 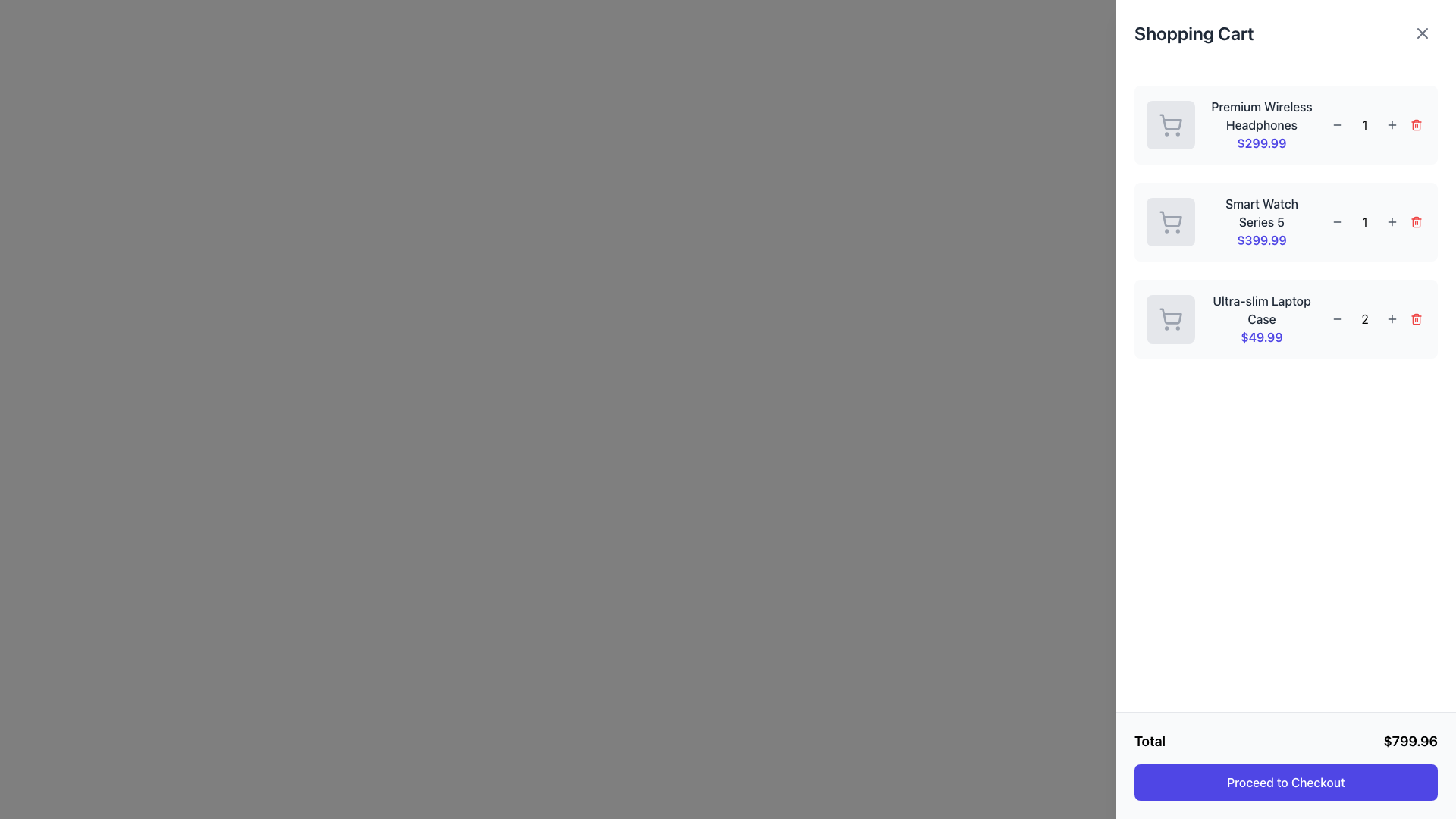 What do you see at coordinates (1422, 33) in the screenshot?
I see `the button located at the top-right corner of the 'Shopping Cart' interface` at bounding box center [1422, 33].